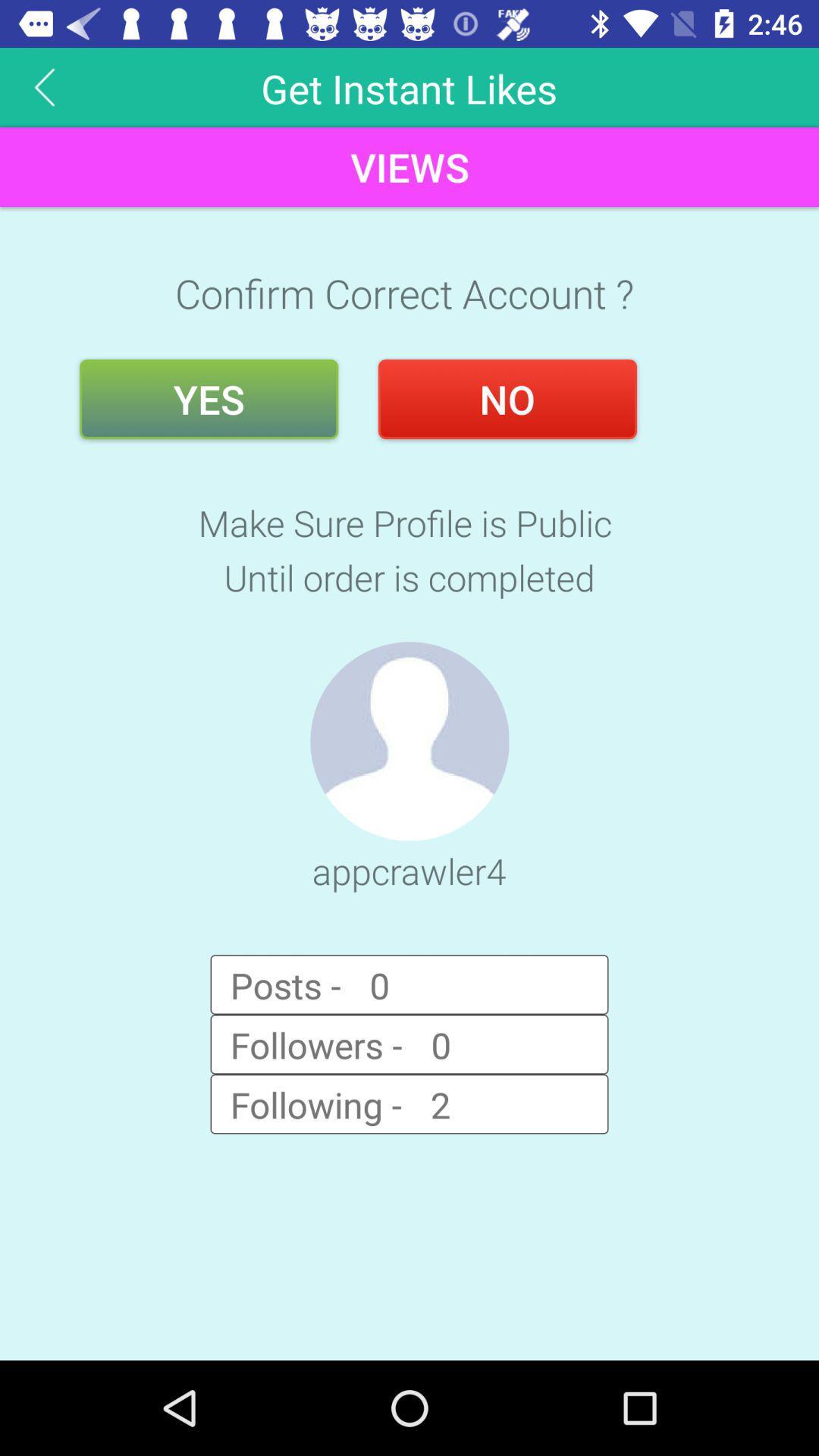 This screenshot has height=1456, width=819. What do you see at coordinates (44, 86) in the screenshot?
I see `button above views` at bounding box center [44, 86].